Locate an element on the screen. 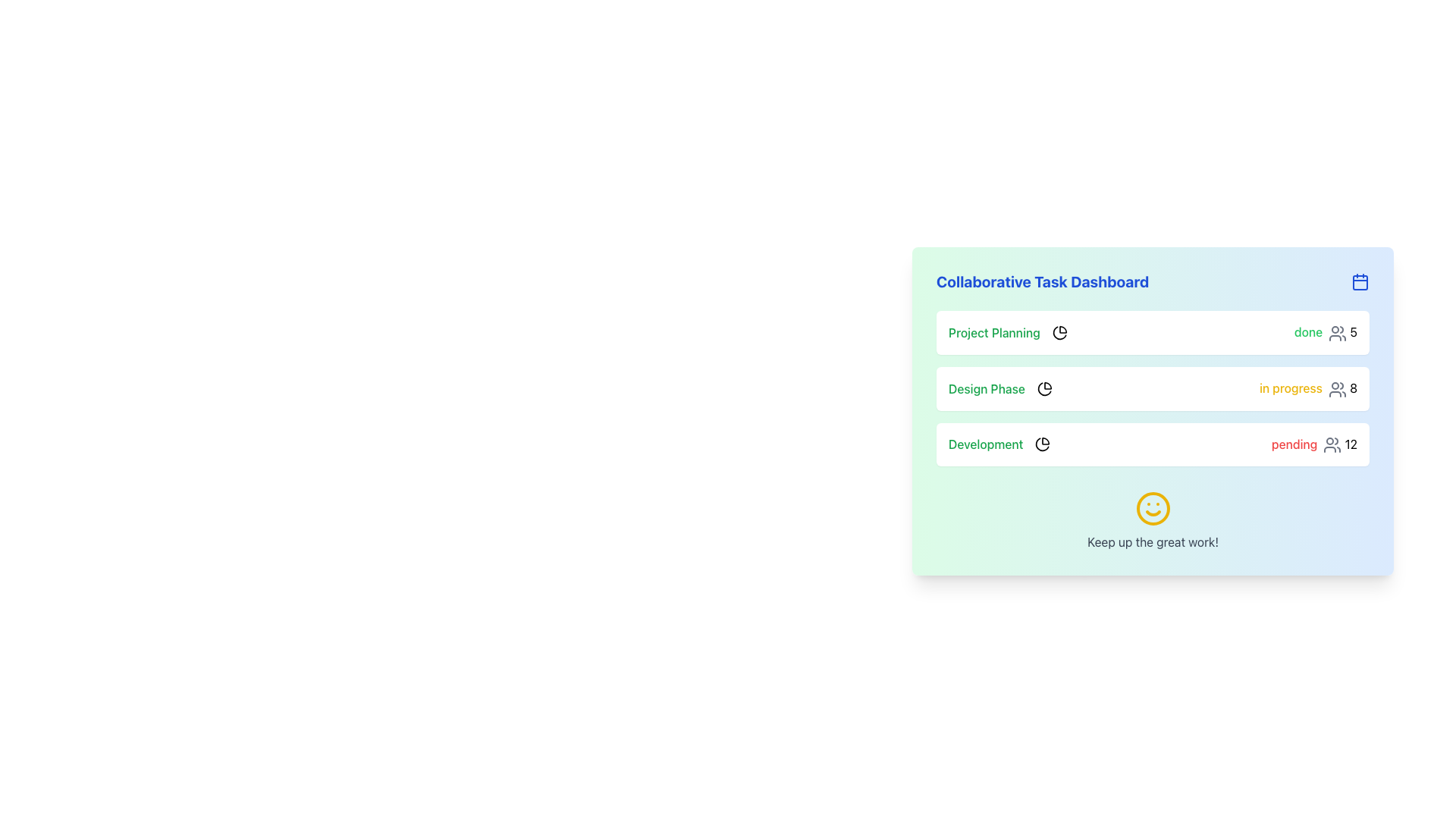 This screenshot has height=819, width=1456. the text label displaying 'pending' in bold red color, located in the 'Development' section of the dashboard interface is located at coordinates (1294, 444).